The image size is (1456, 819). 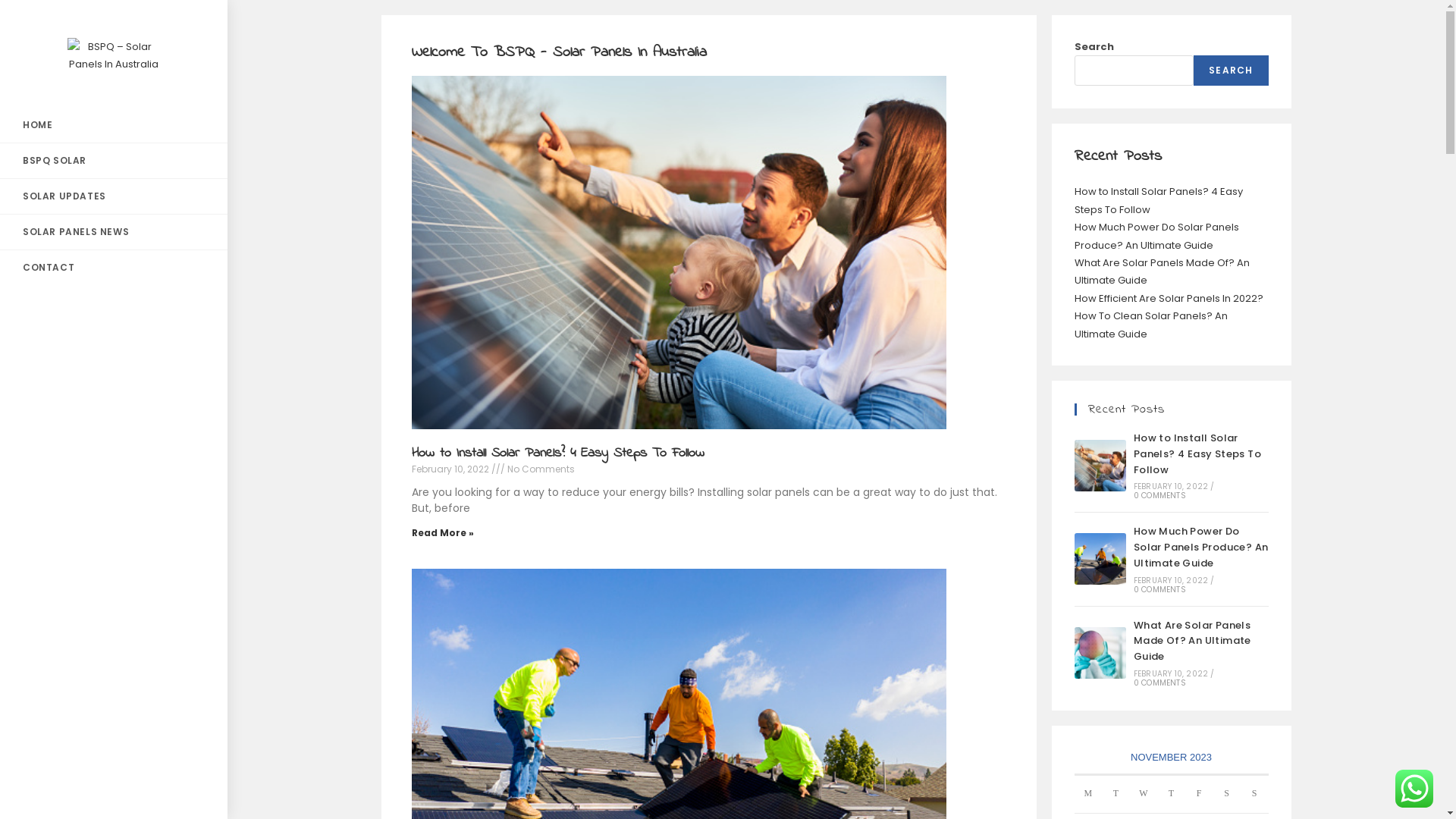 What do you see at coordinates (1073, 236) in the screenshot?
I see `'How Much Power Do Solar Panels Produce? An Ultimate Guide'` at bounding box center [1073, 236].